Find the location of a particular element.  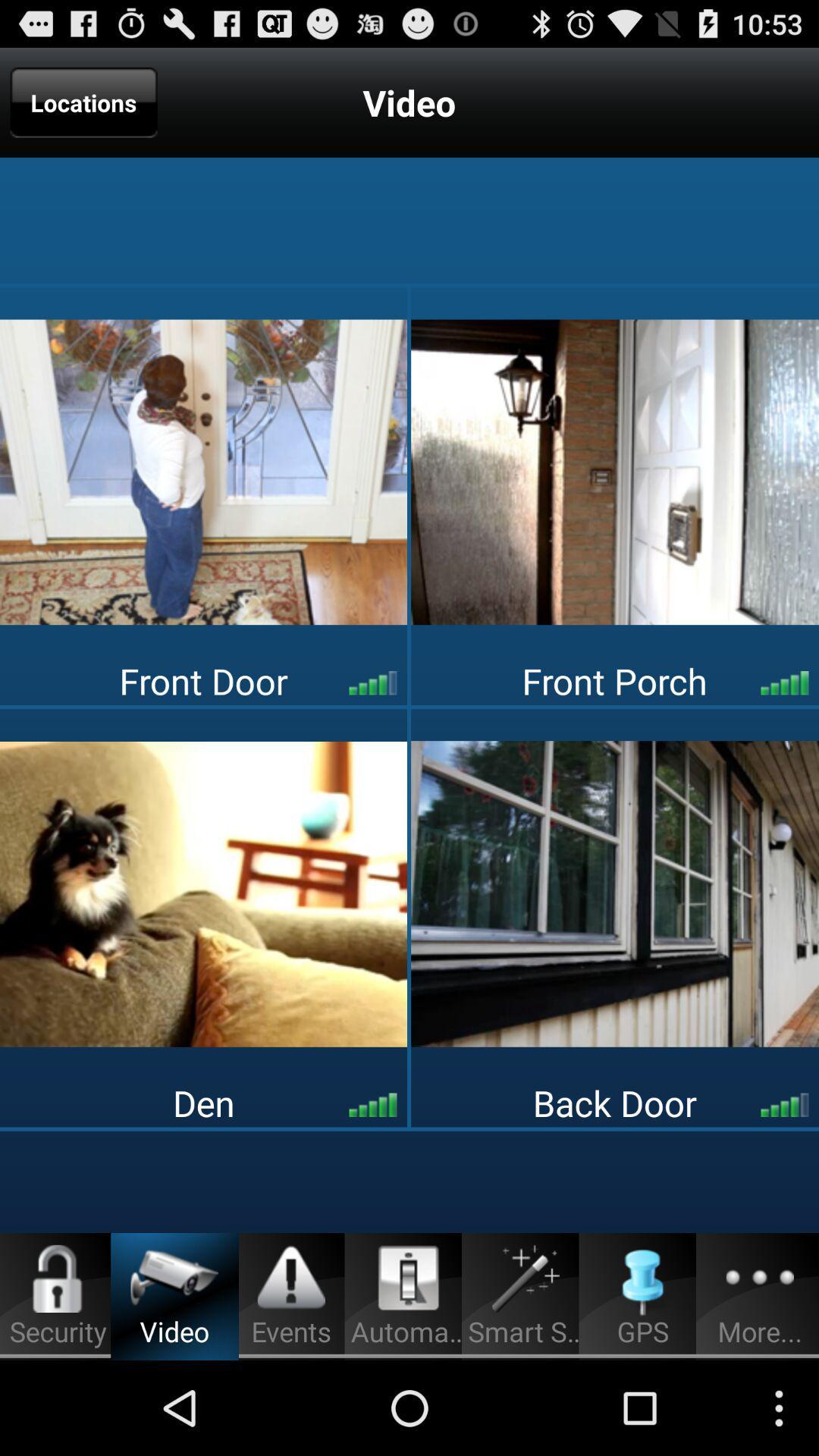

open video option is located at coordinates (615, 471).